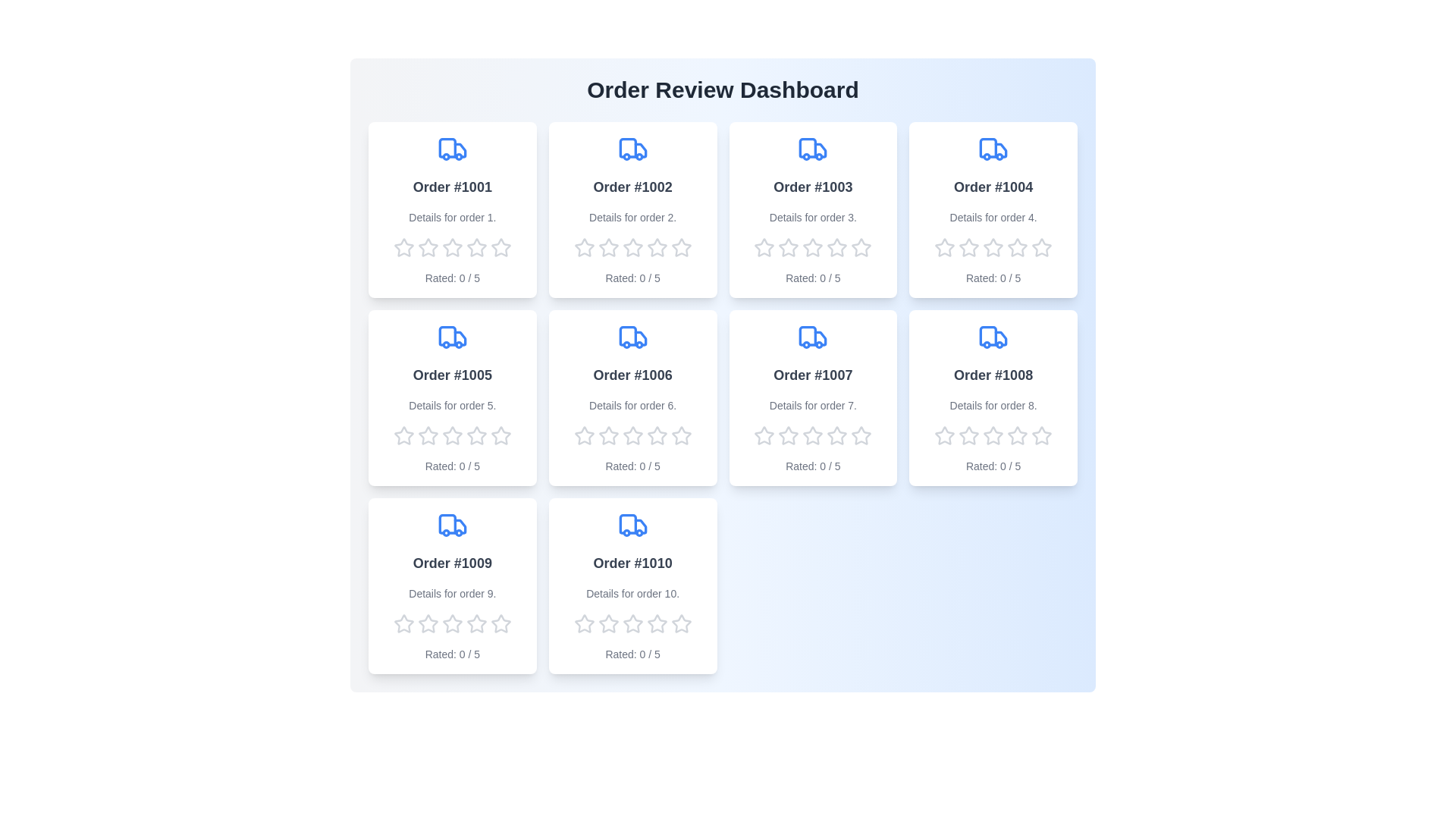 The width and height of the screenshot is (1456, 819). What do you see at coordinates (403, 247) in the screenshot?
I see `the rating of the order to 1 stars by clicking on the corresponding star` at bounding box center [403, 247].